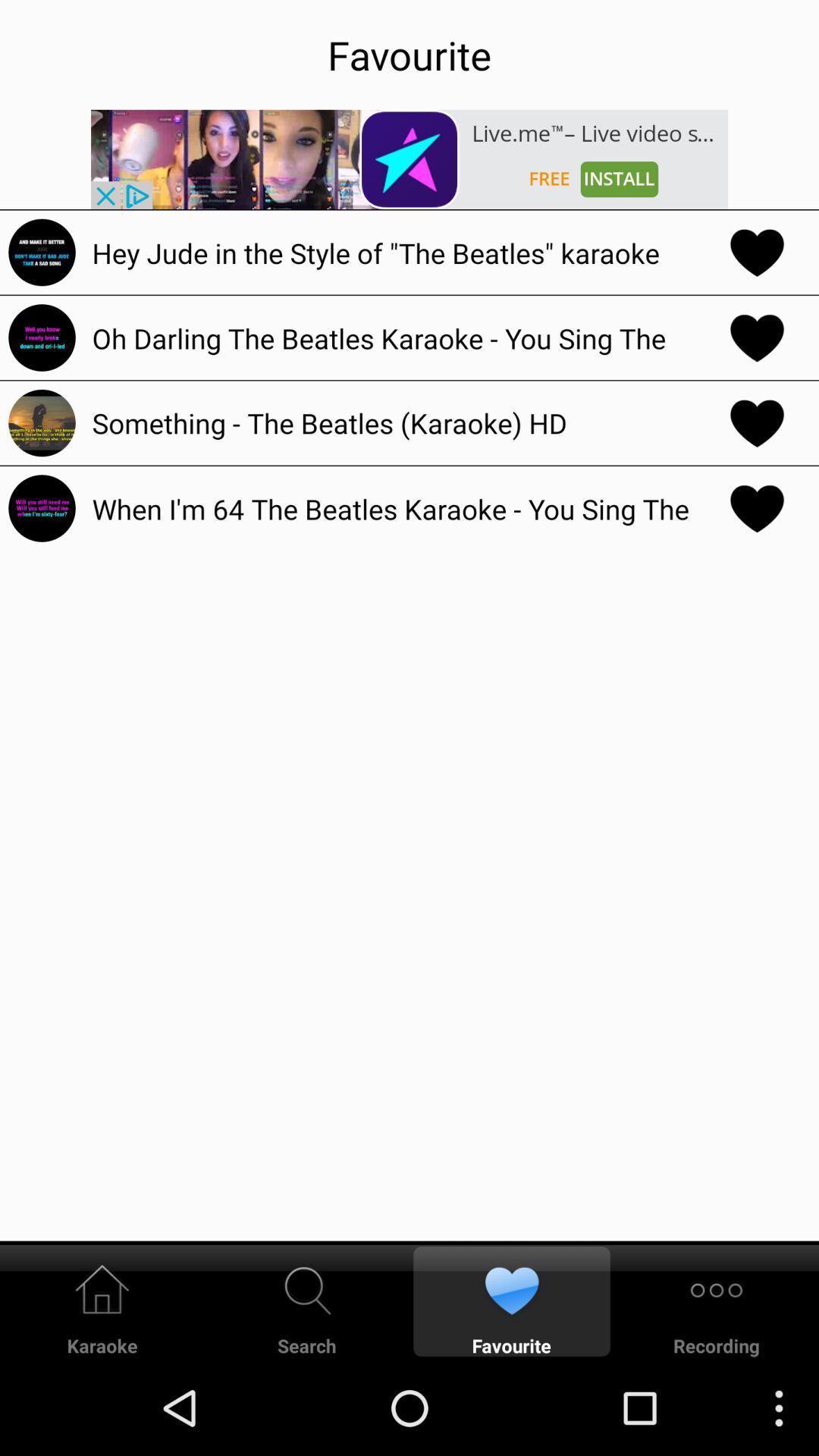 This screenshot has width=819, height=1456. What do you see at coordinates (757, 337) in the screenshot?
I see `the heart symbol in the second line` at bounding box center [757, 337].